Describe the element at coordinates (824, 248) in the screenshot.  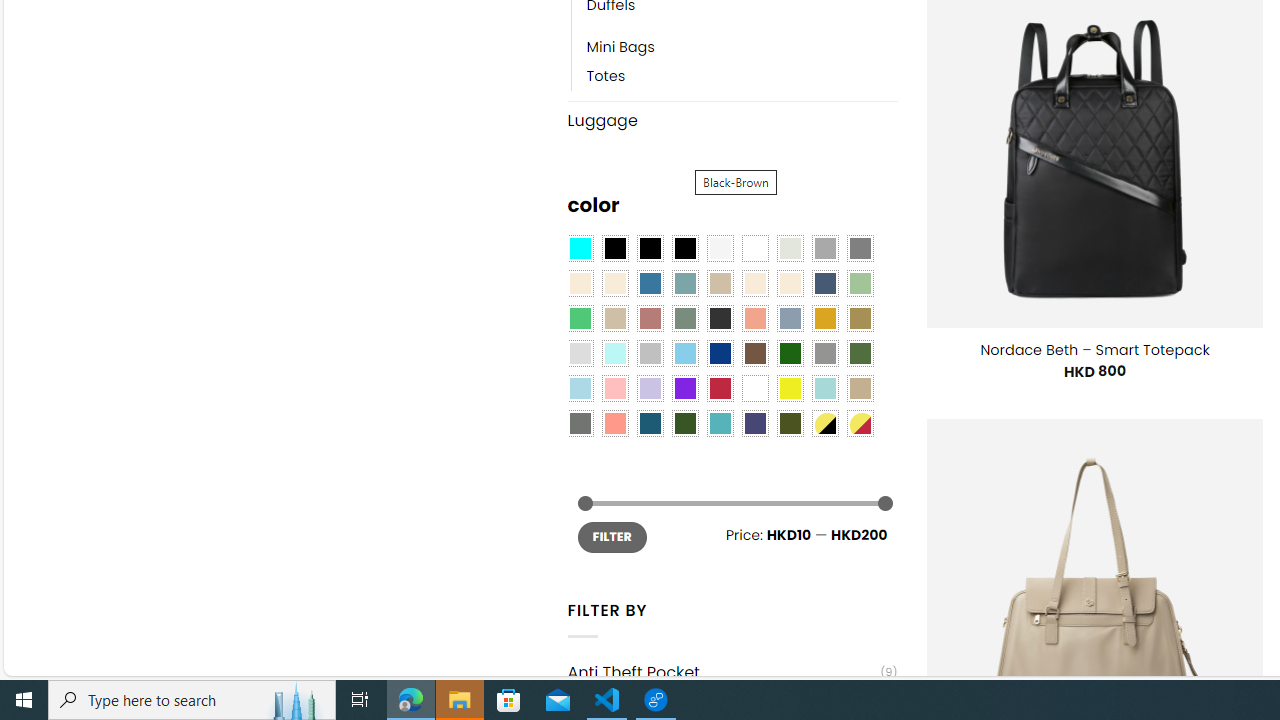
I see `'Dark Gray'` at that location.